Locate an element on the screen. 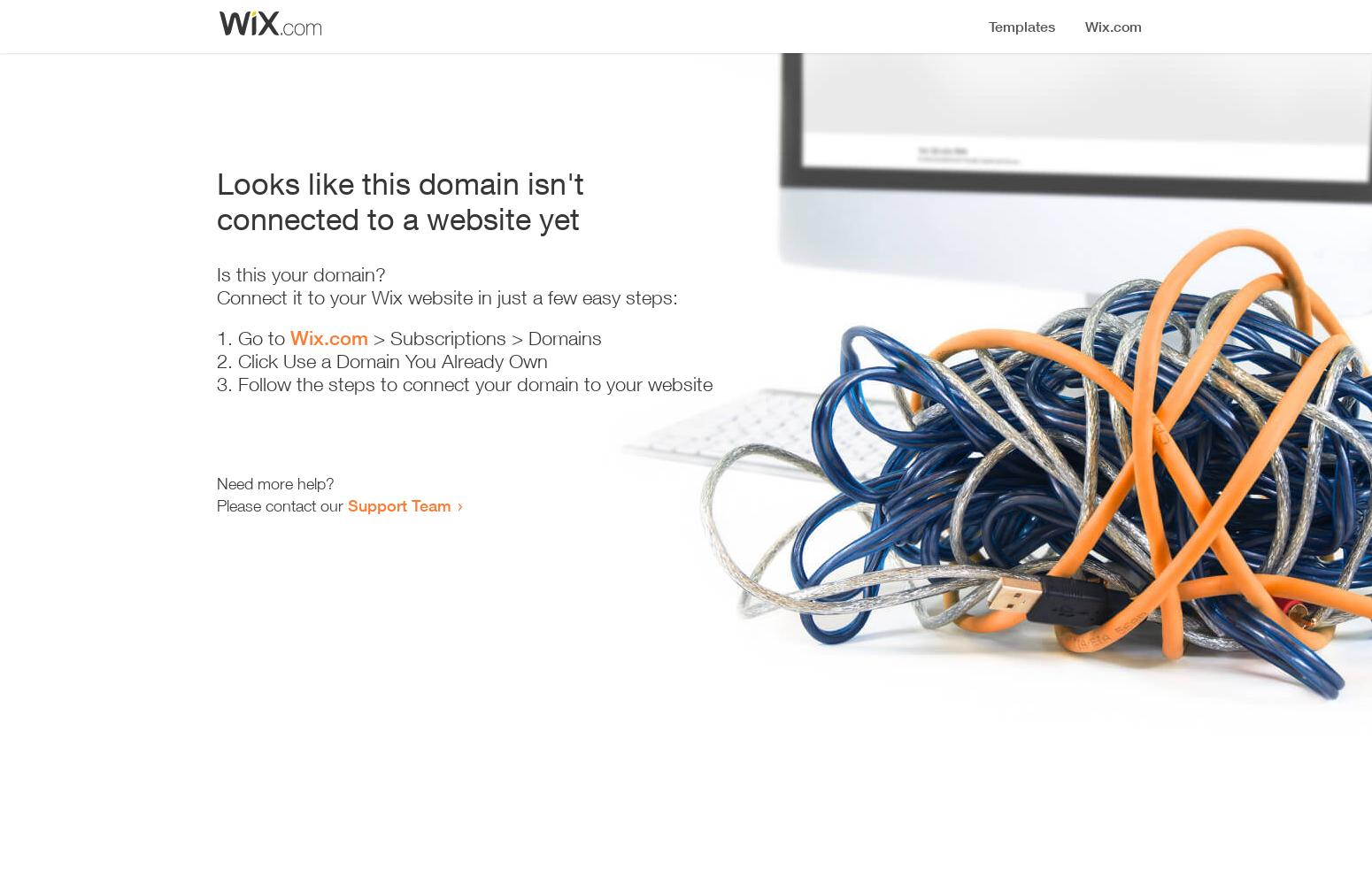  'Please contact our' is located at coordinates (281, 504).